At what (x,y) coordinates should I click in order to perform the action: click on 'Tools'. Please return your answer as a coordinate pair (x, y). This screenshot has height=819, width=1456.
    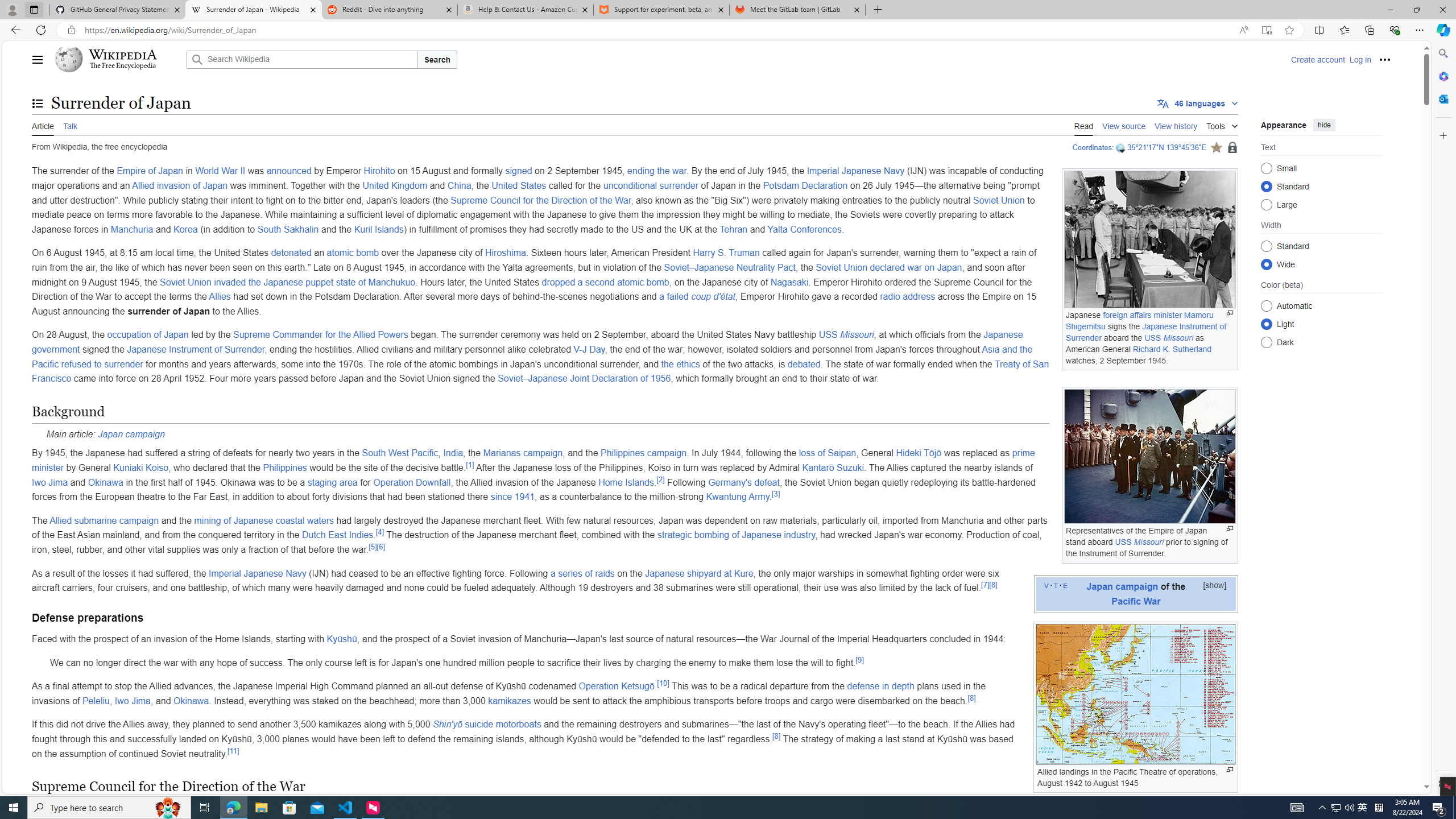
    Looking at the image, I should click on (1222, 124).